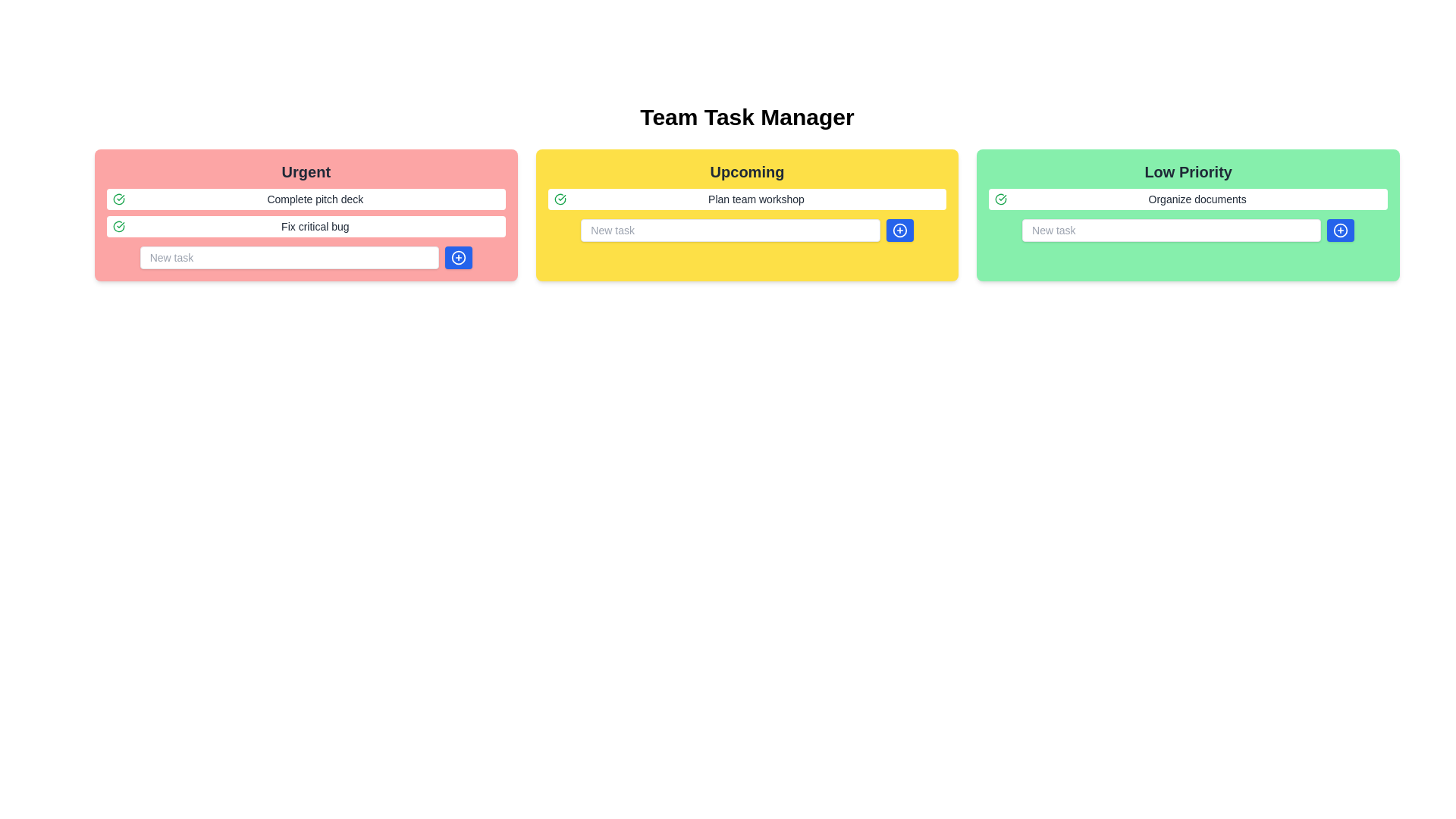 This screenshot has height=819, width=1456. What do you see at coordinates (1197, 198) in the screenshot?
I see `text of the 'Low Priority' task label located in the green section of the interface, positioned above the new task input field` at bounding box center [1197, 198].